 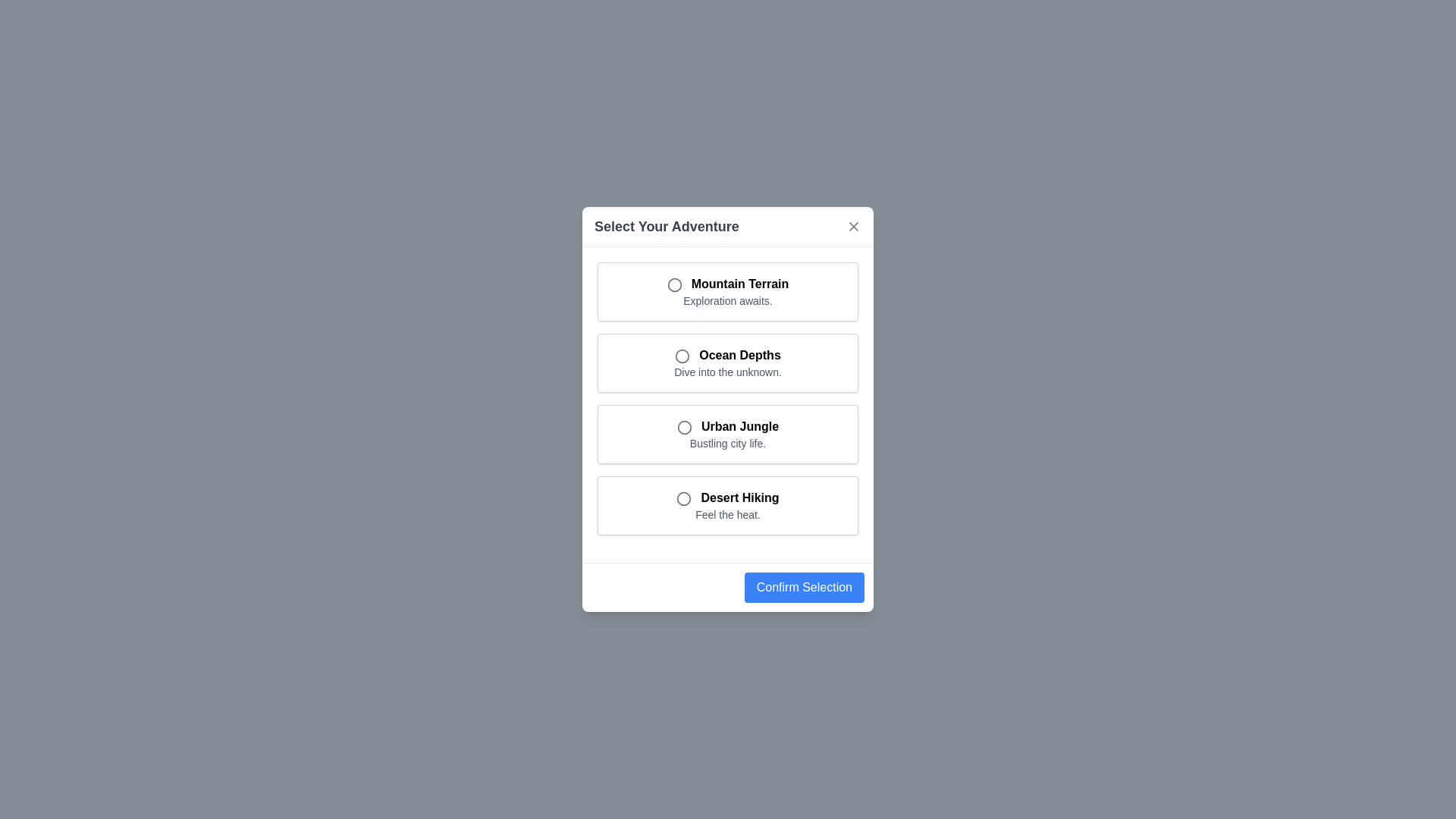 What do you see at coordinates (854, 227) in the screenshot?
I see `the close button to close the dialog` at bounding box center [854, 227].